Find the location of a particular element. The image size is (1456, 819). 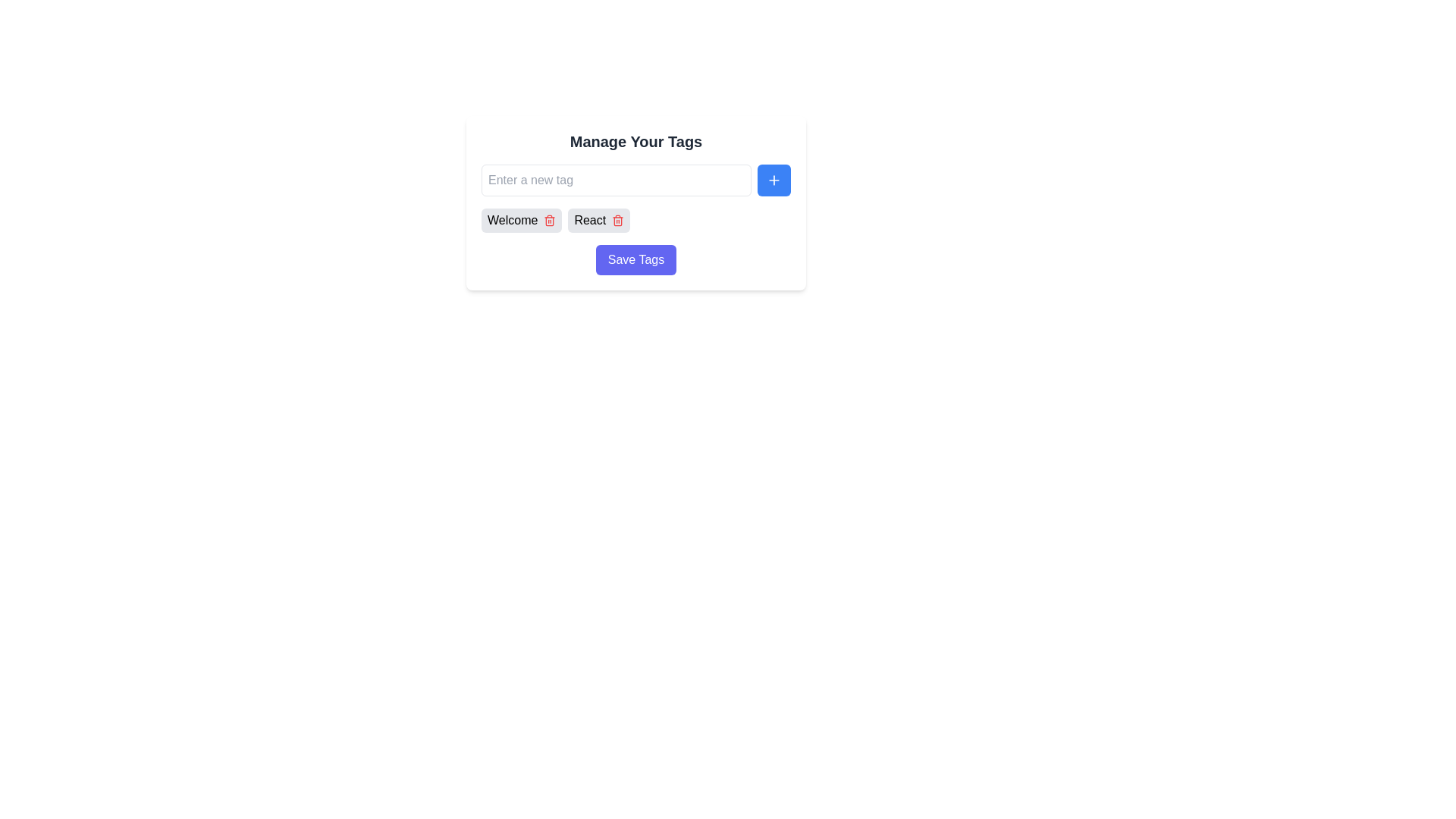

the blue rectangular button with rounded corners that contains a white '+' icon is located at coordinates (774, 180).